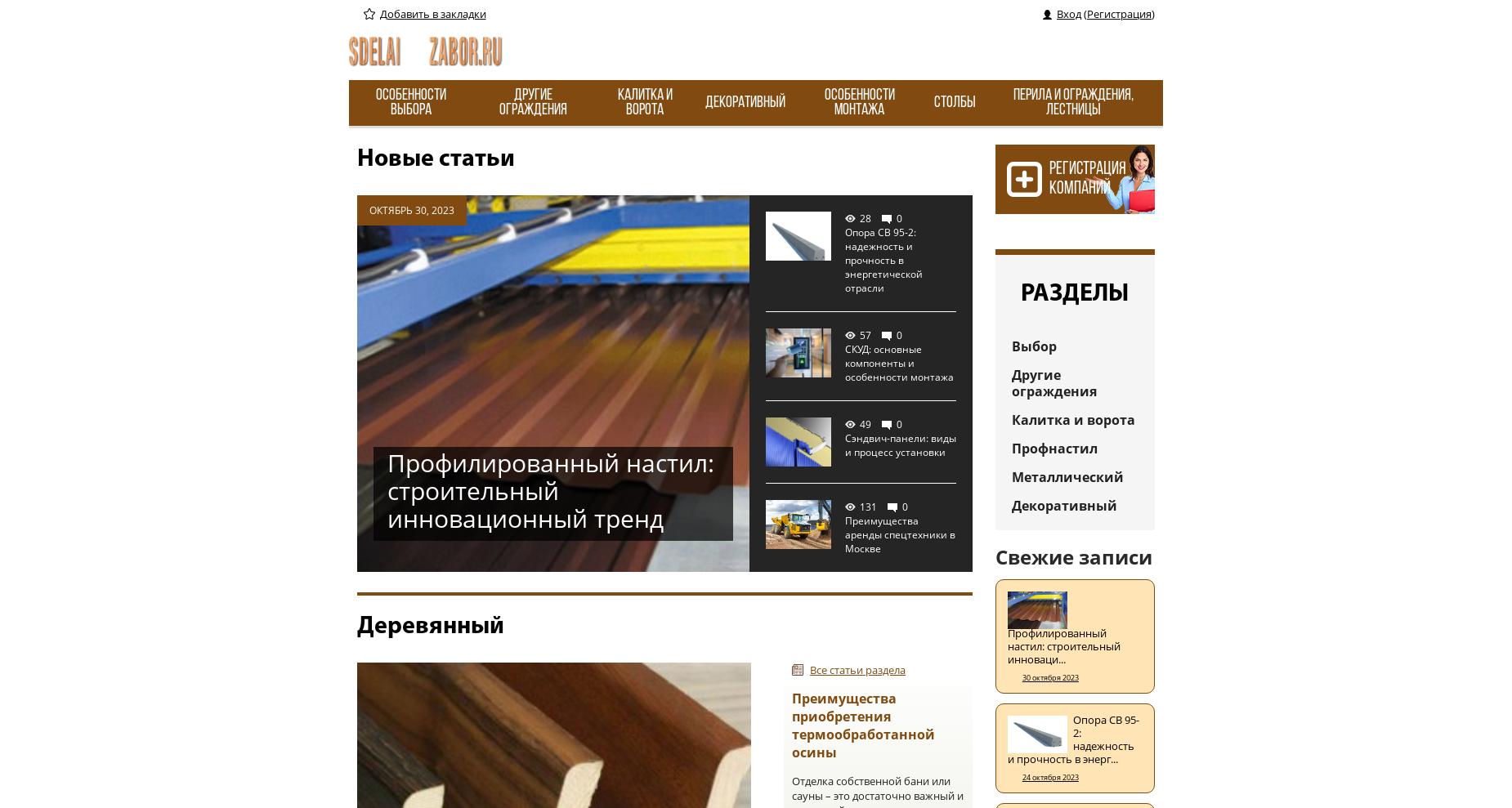 Image resolution: width=1512 pixels, height=808 pixels. What do you see at coordinates (900, 445) in the screenshot?
I see `'Сэндвич-панели: виды и процесс установки'` at bounding box center [900, 445].